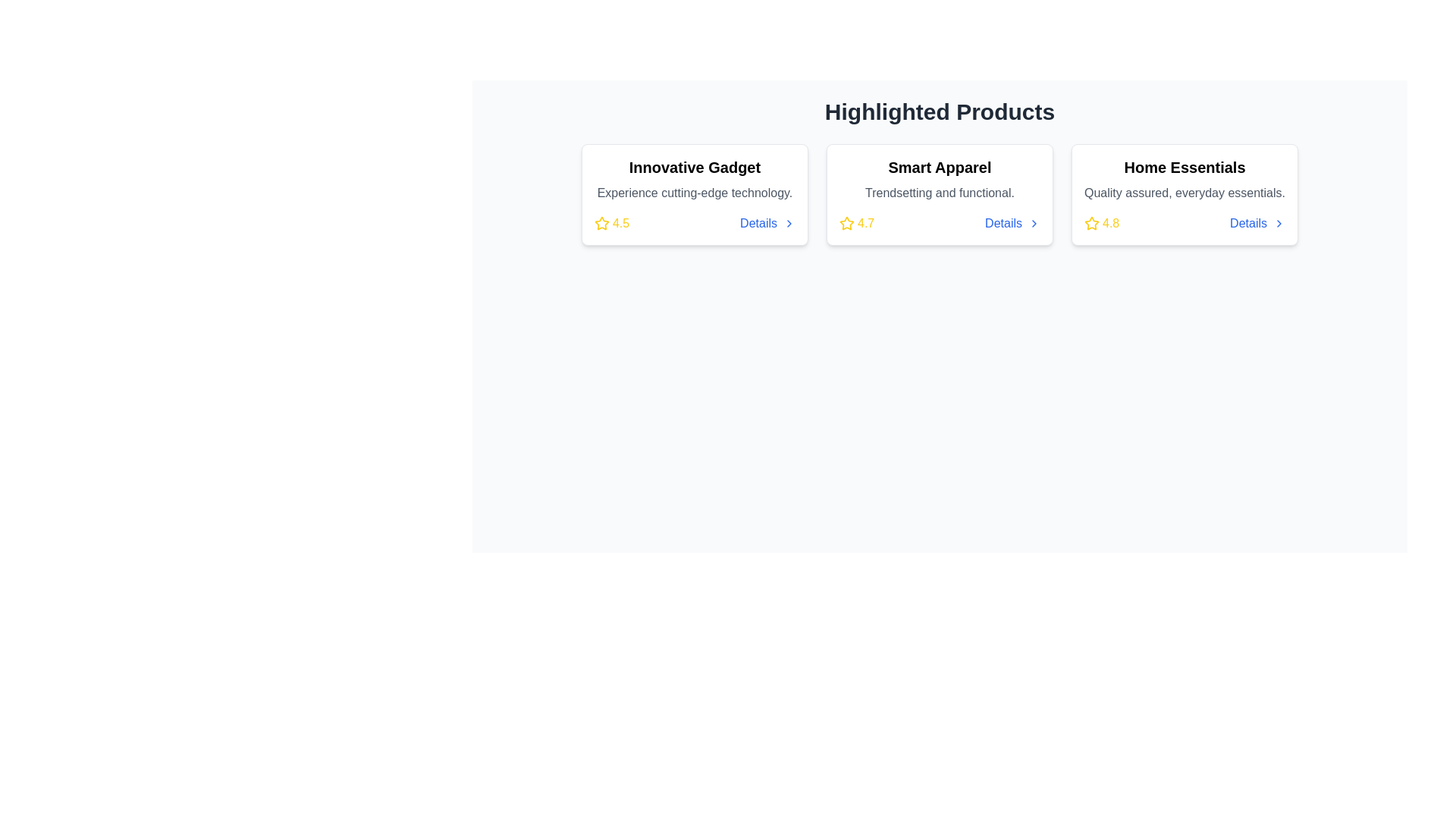 This screenshot has height=819, width=1456. Describe the element at coordinates (939, 194) in the screenshot. I see `the rating and description of the second product showcase card in the grid layout` at that location.